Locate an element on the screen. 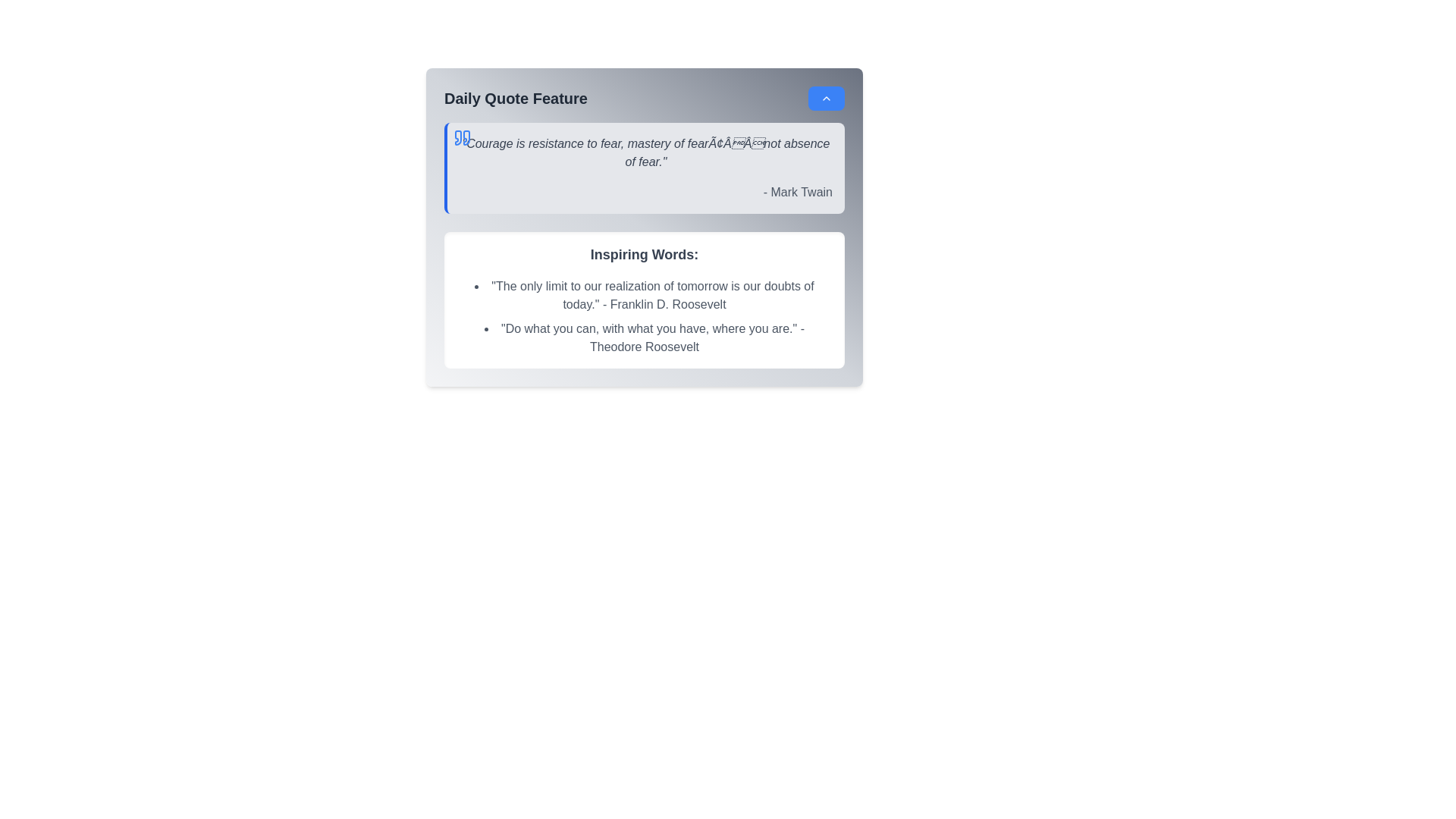 The image size is (1456, 819). the inspirational quote text displayed as the first entry in the bullet-point format, located below the 'Inspiring Words' heading is located at coordinates (644, 295).